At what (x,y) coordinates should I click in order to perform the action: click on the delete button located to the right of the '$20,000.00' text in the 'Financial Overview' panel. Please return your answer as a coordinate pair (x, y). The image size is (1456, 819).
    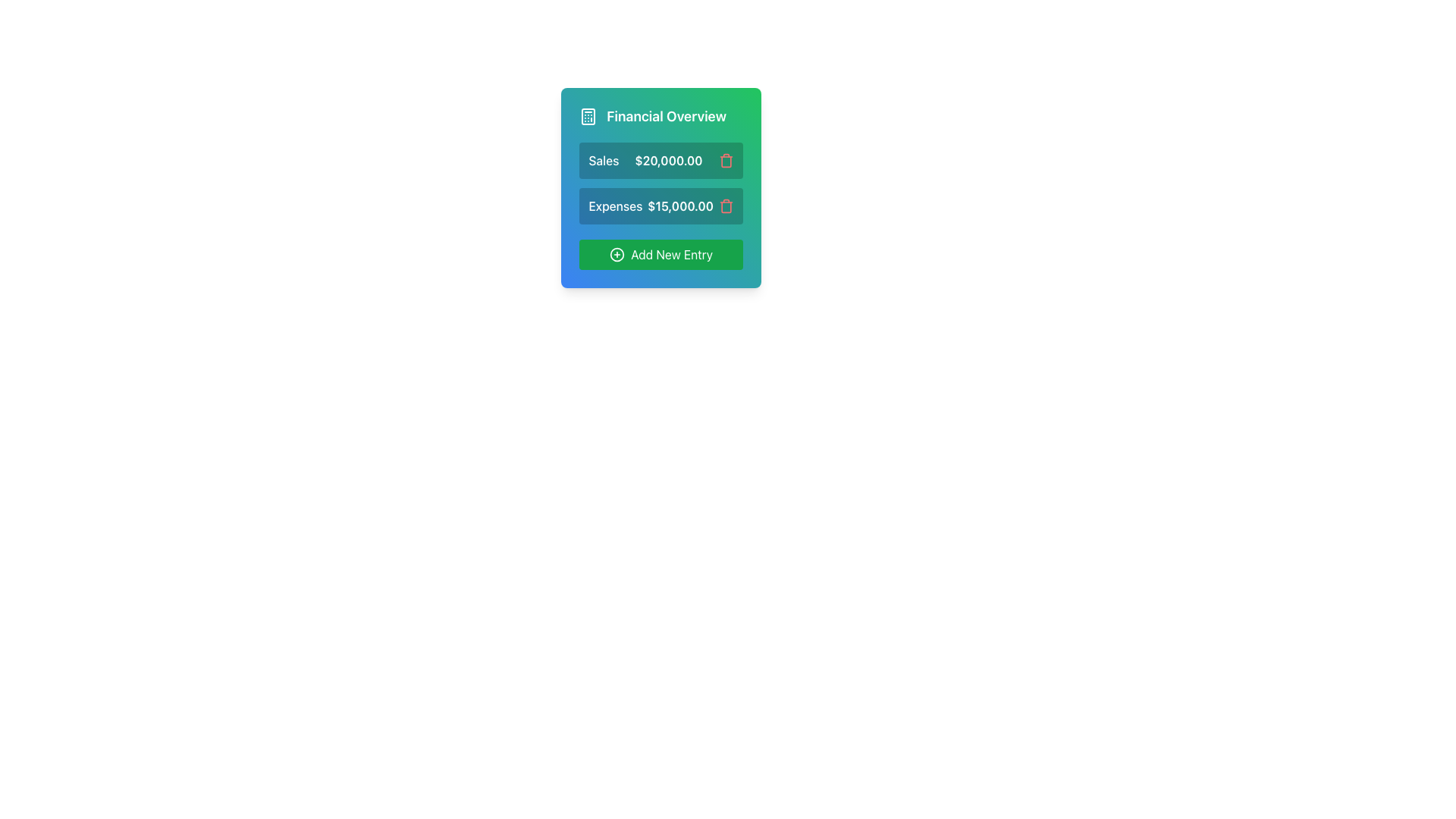
    Looking at the image, I should click on (725, 161).